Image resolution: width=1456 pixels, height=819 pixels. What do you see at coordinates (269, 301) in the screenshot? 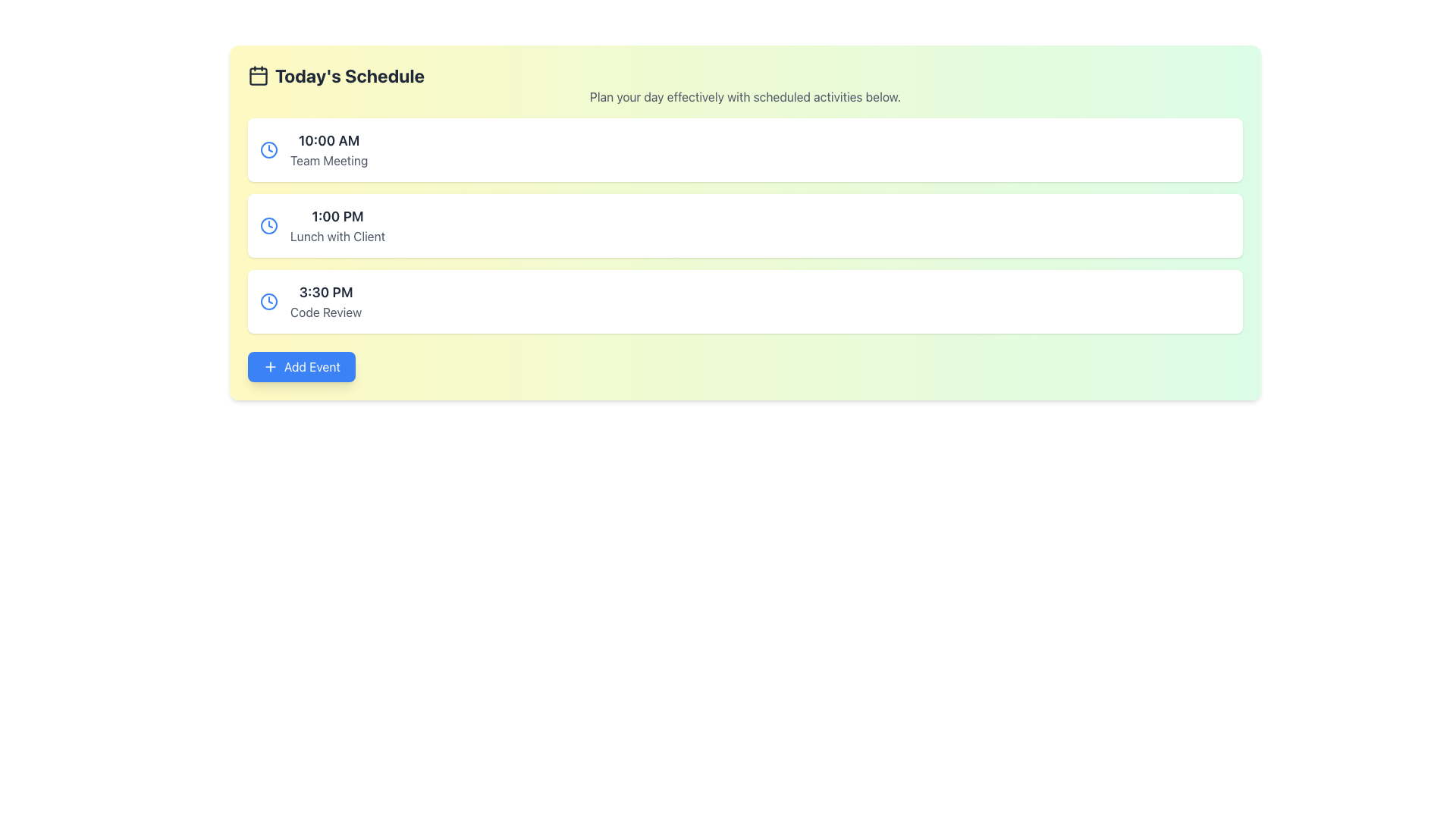
I see `the circular graphical element of the clock icon, which is part of the 'Today's Schedule' section, located to the left of the '10:00 AM Team Meeting' text` at bounding box center [269, 301].